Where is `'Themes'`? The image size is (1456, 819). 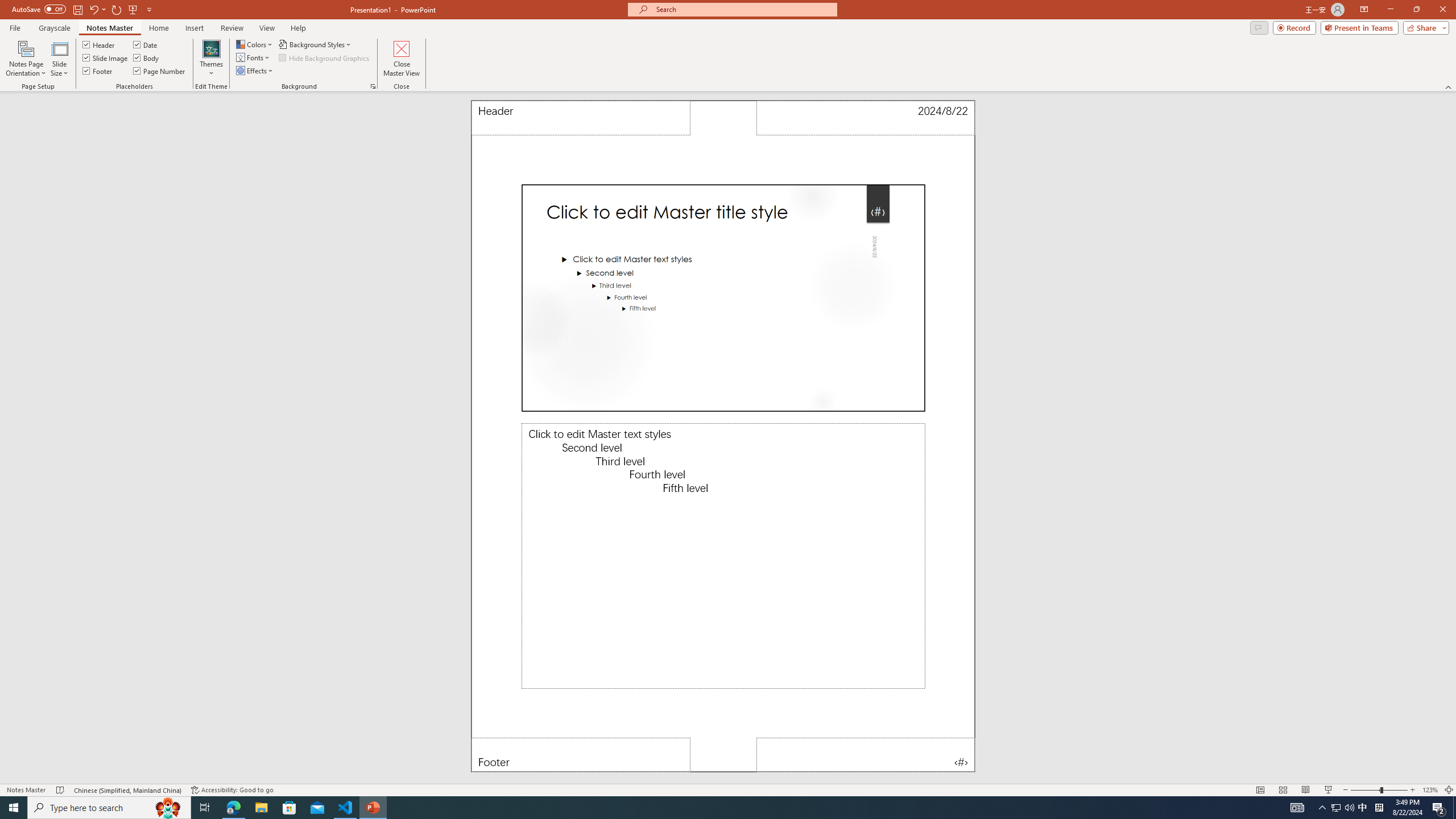 'Themes' is located at coordinates (210, 59).